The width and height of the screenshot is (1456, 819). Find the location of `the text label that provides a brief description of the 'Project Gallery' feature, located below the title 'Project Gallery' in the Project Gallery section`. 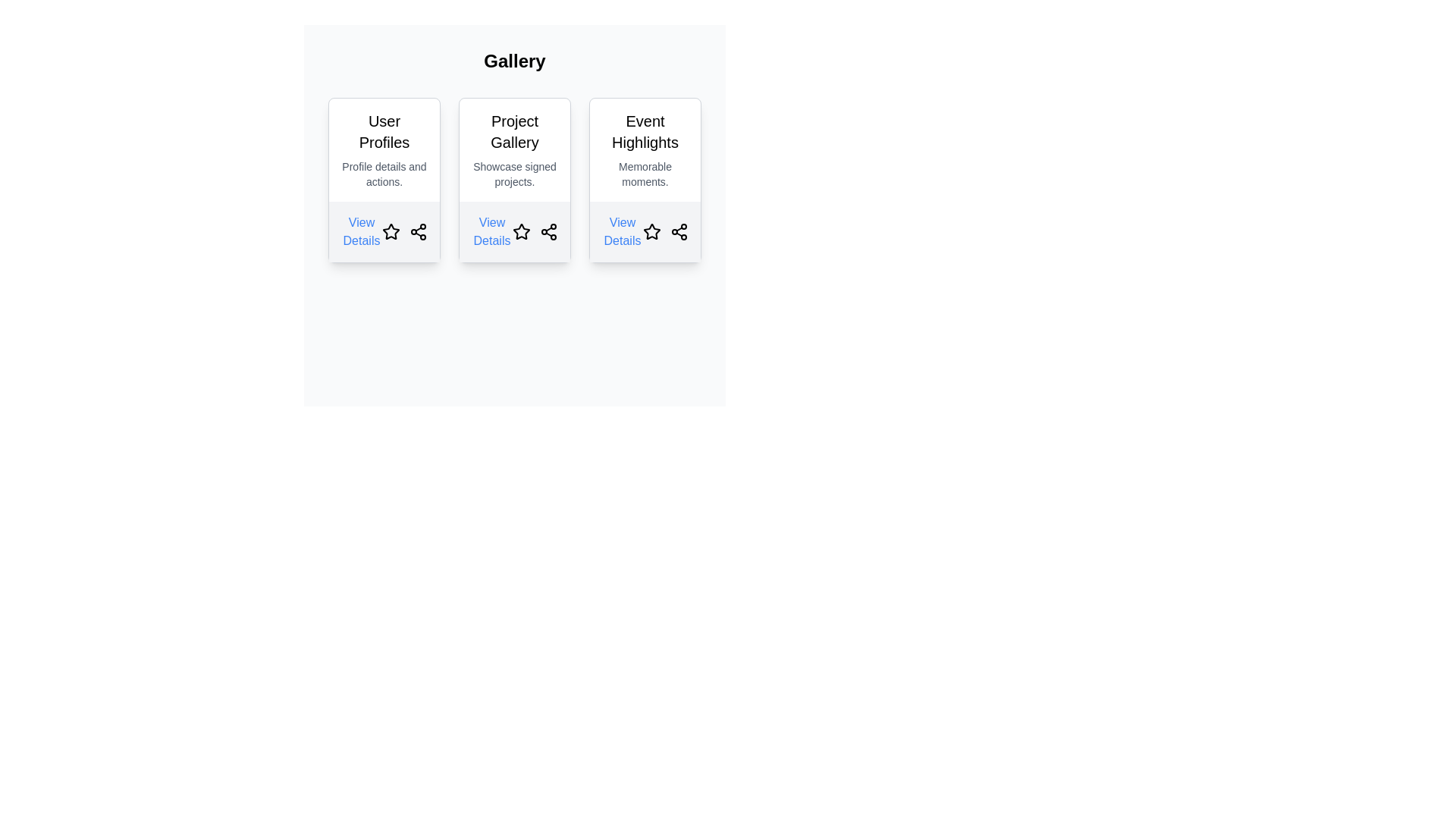

the text label that provides a brief description of the 'Project Gallery' feature, located below the title 'Project Gallery' in the Project Gallery section is located at coordinates (514, 174).